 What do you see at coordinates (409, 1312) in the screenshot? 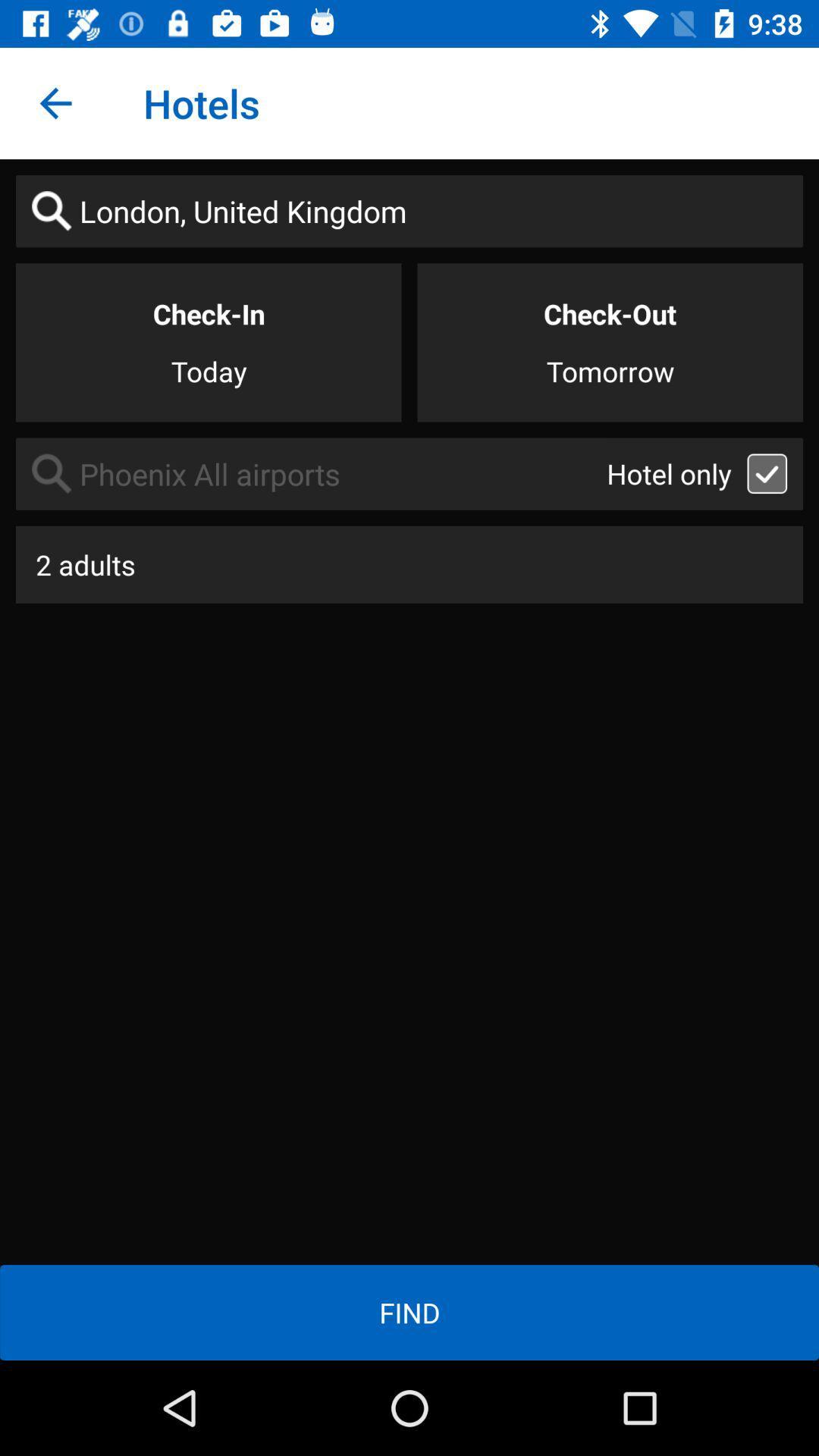
I see `find item` at bounding box center [409, 1312].